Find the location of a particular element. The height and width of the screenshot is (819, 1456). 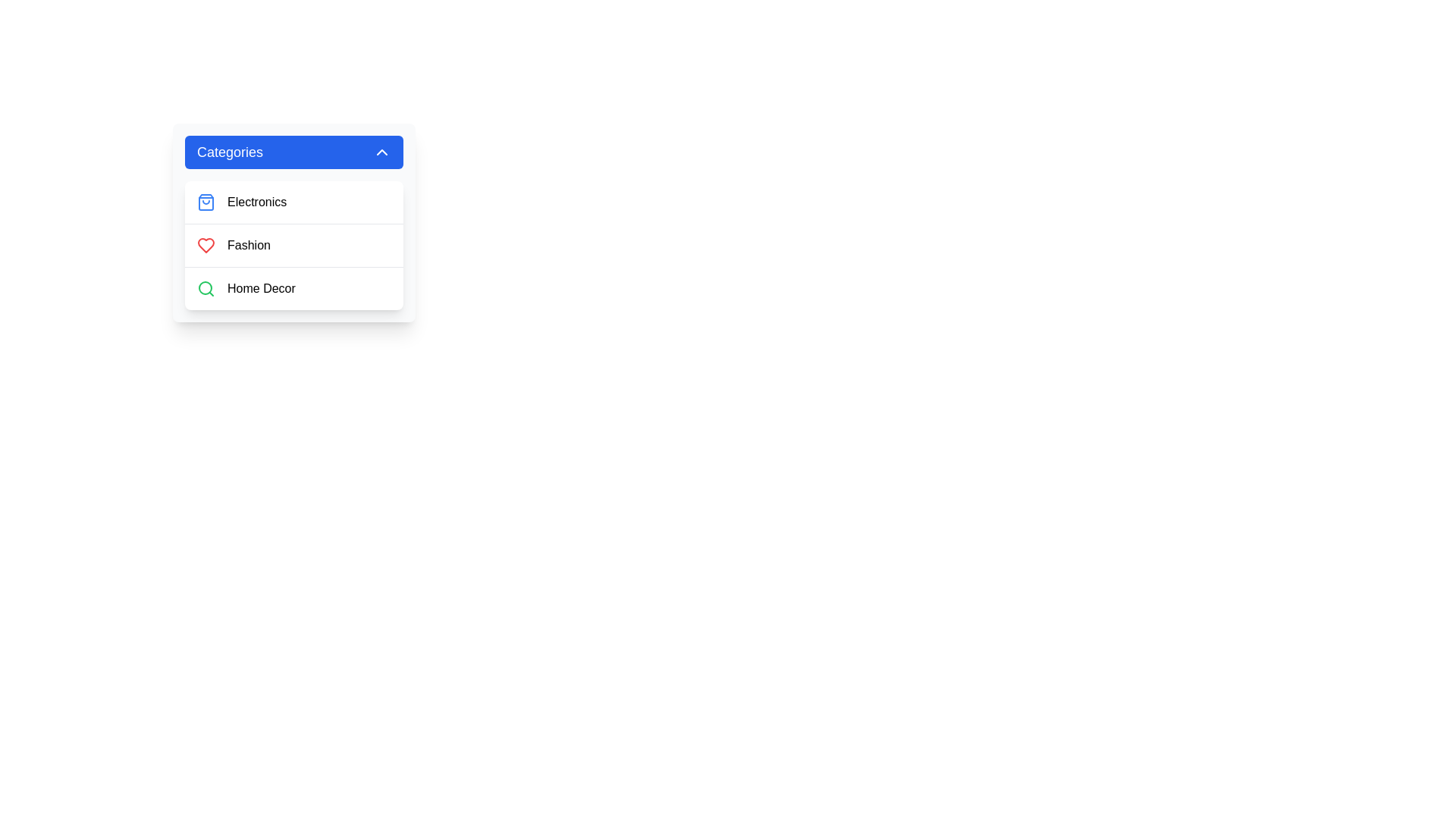

the chevron icon located at the rightmost portion of the blue button labeled 'Categories' is located at coordinates (382, 152).